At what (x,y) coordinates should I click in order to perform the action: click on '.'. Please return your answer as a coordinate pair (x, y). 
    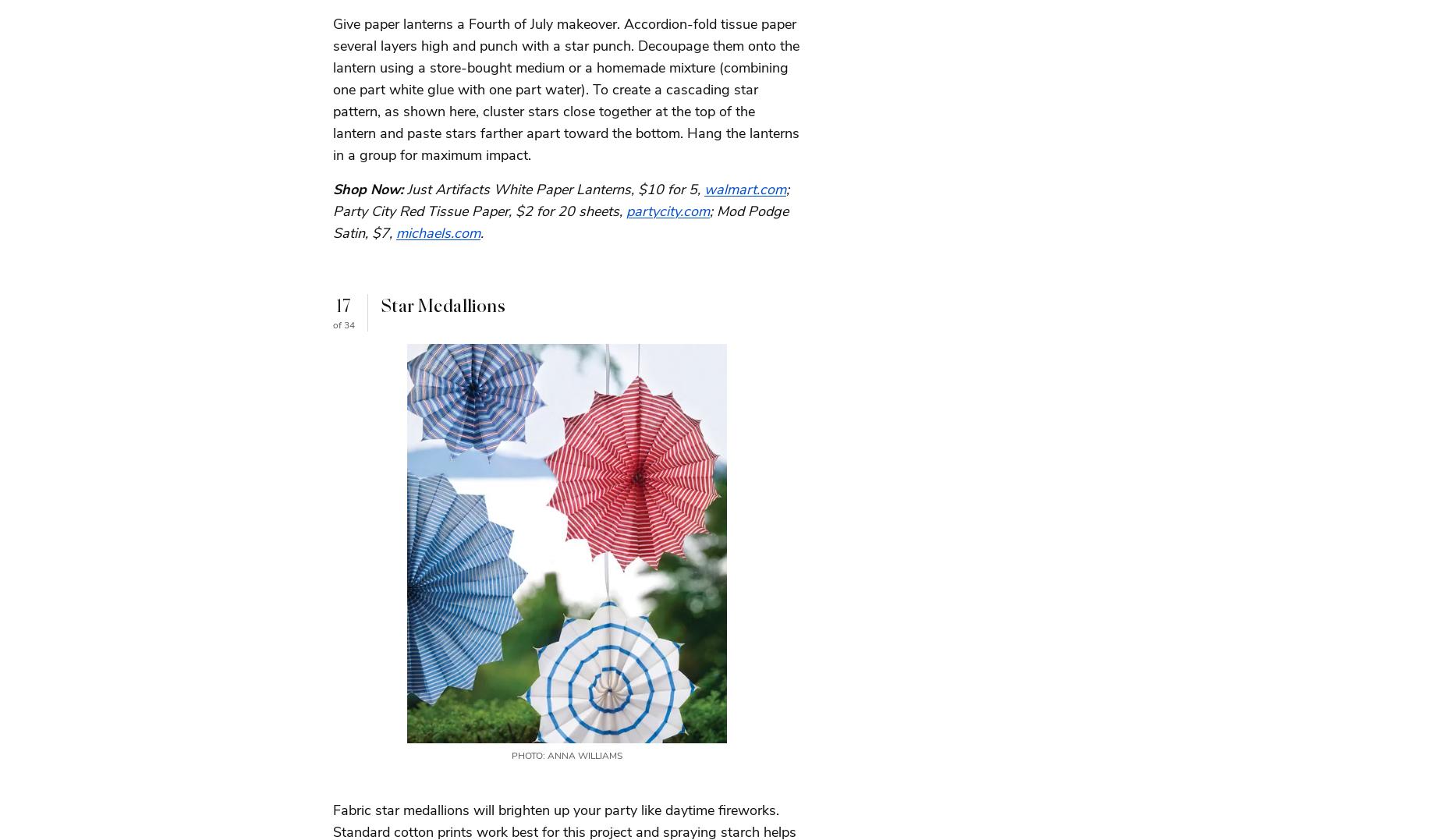
    Looking at the image, I should click on (482, 232).